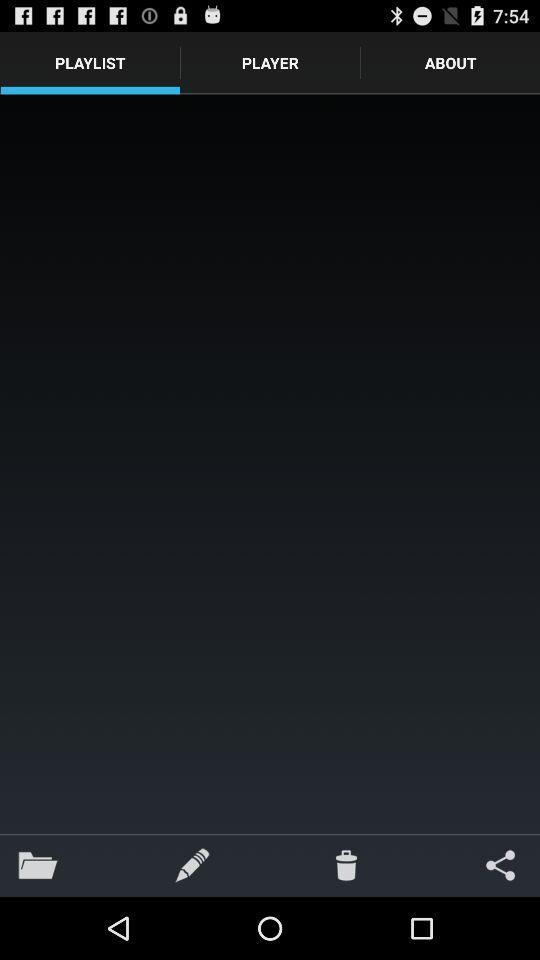 The image size is (540, 960). Describe the element at coordinates (270, 464) in the screenshot. I see `the icon below playlist` at that location.